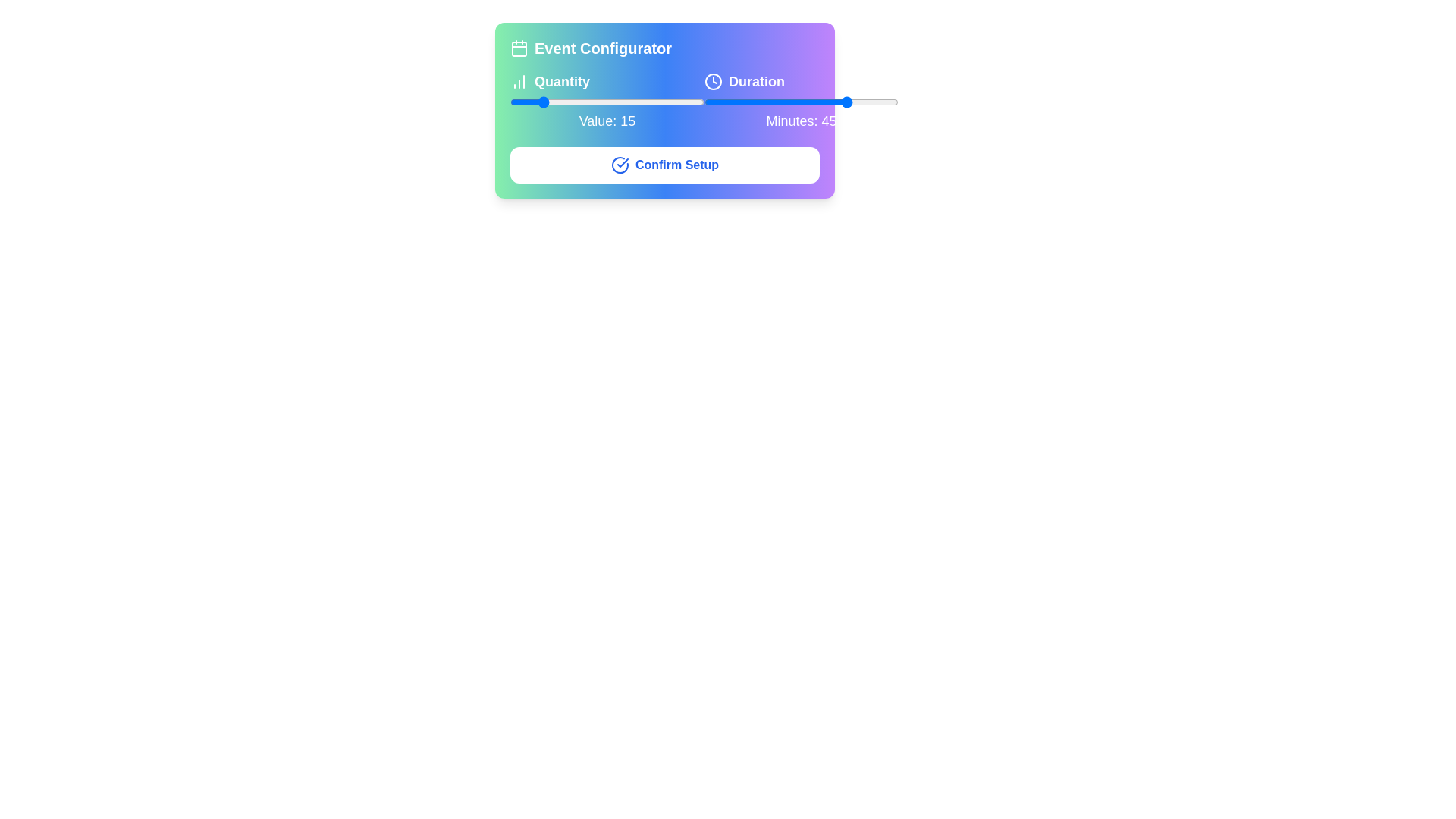 This screenshot has width=1456, height=819. I want to click on the duration, so click(794, 102).